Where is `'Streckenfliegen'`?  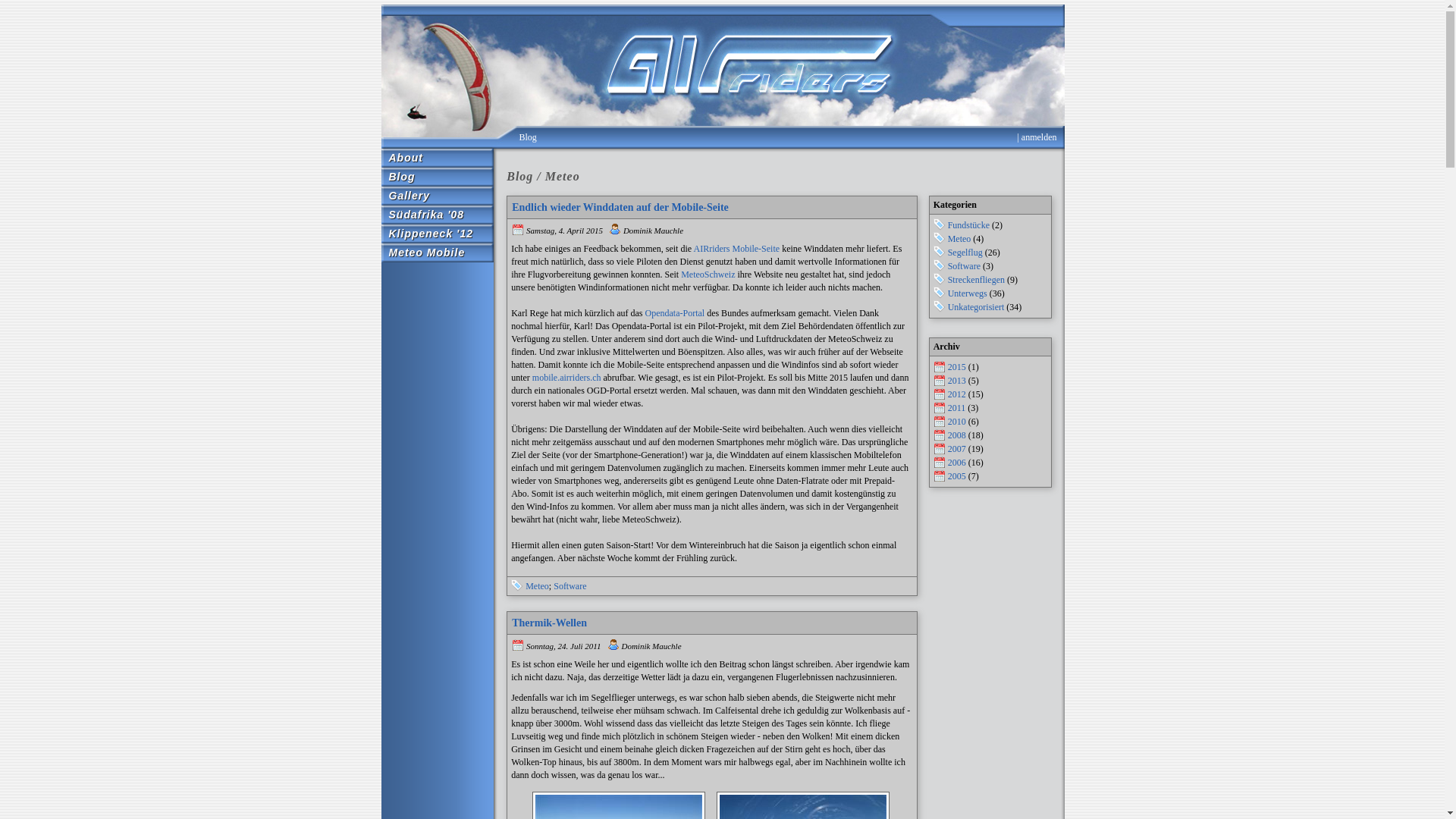
'Streckenfliegen' is located at coordinates (976, 280).